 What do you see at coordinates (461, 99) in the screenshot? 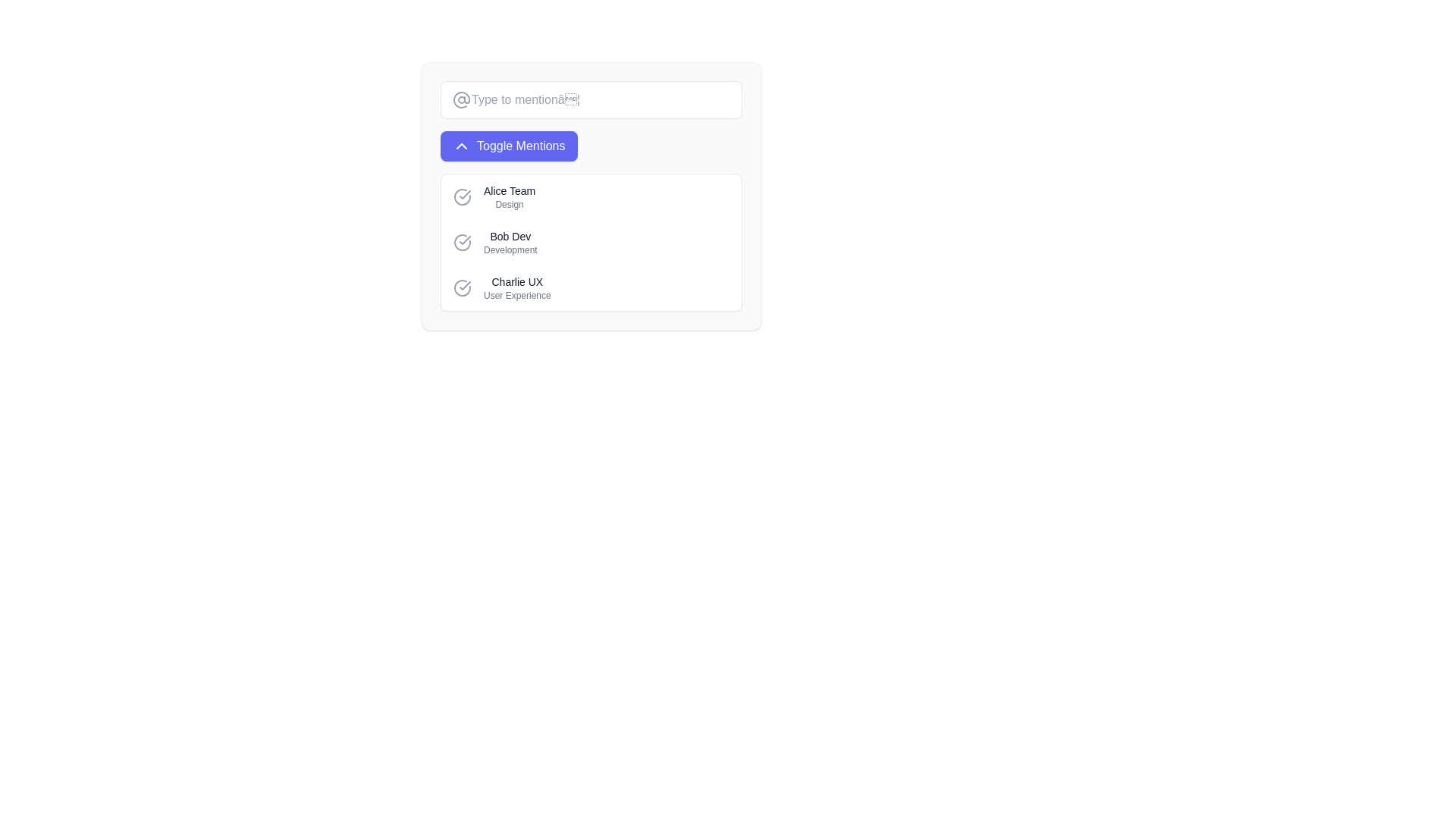
I see `the @-shaped icon positioned on the left side inside the text input field, which indicates that the input field supports mentioning users or entities by typing their identifiers preceded by the @ symbol` at bounding box center [461, 99].